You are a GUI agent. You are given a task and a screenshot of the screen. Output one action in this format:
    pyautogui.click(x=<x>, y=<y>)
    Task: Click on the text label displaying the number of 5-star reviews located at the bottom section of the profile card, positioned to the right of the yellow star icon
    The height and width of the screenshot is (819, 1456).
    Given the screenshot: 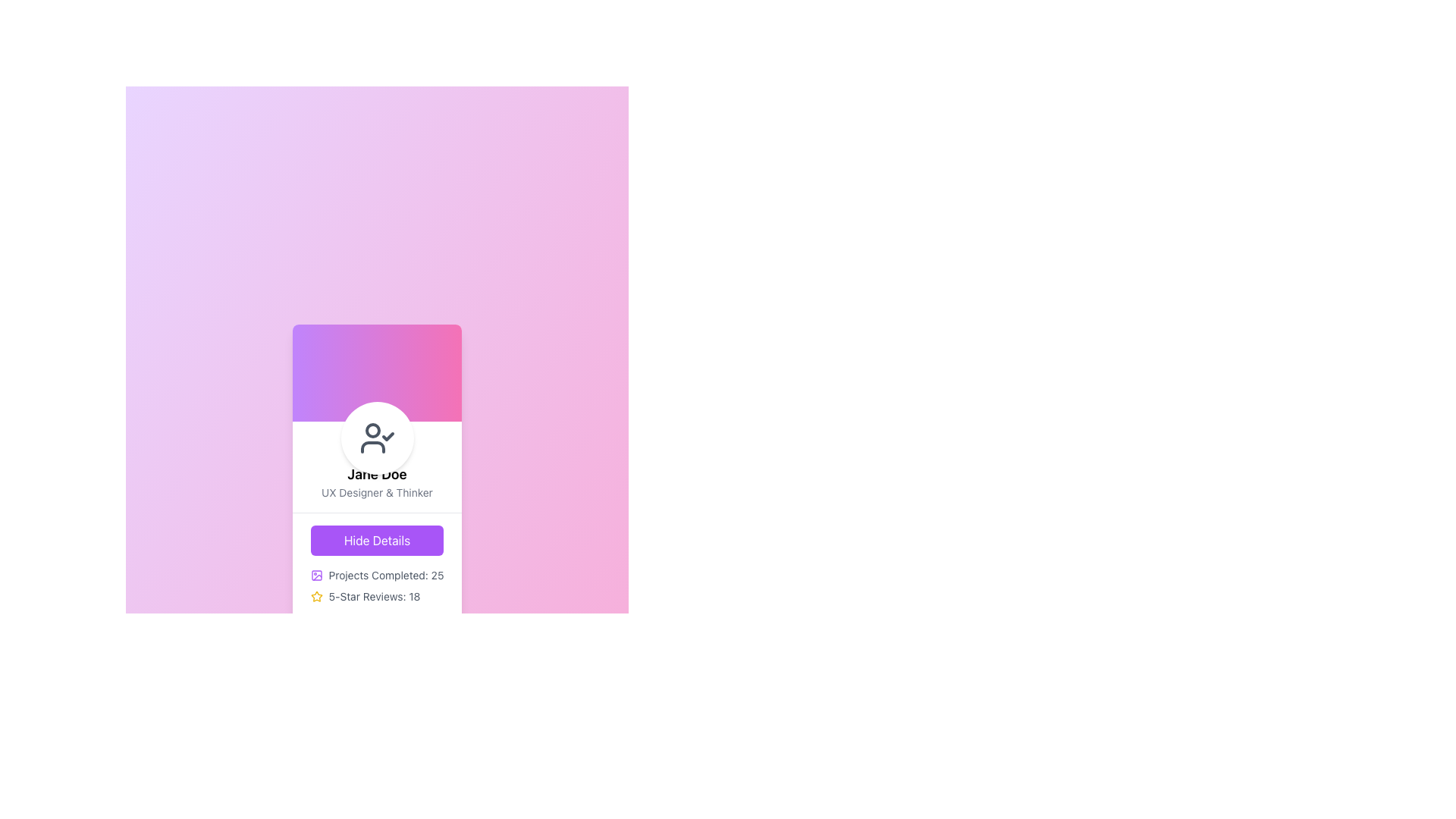 What is the action you would take?
    pyautogui.click(x=375, y=595)
    